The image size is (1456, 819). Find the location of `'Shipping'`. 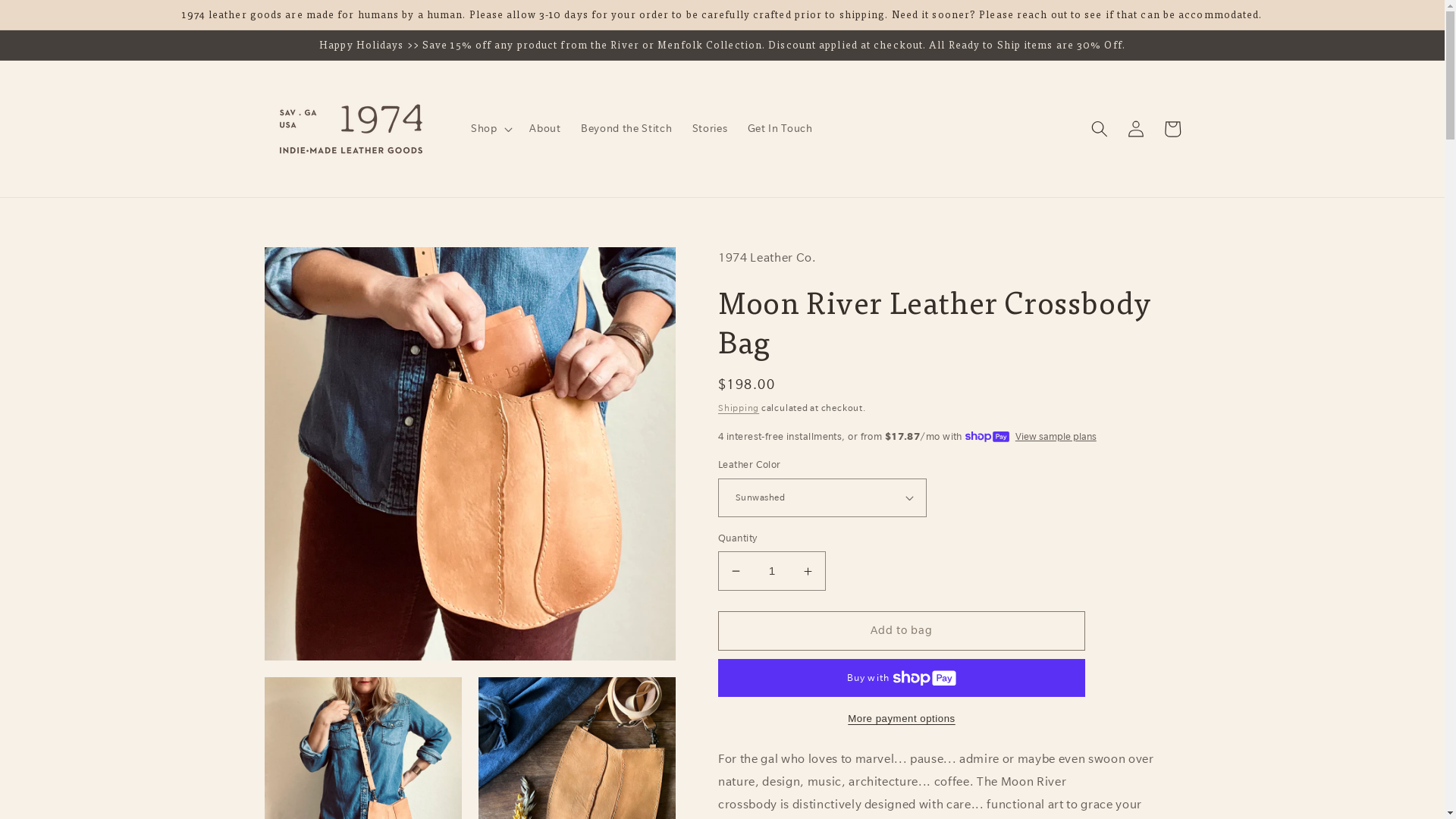

'Shipping' is located at coordinates (739, 406).